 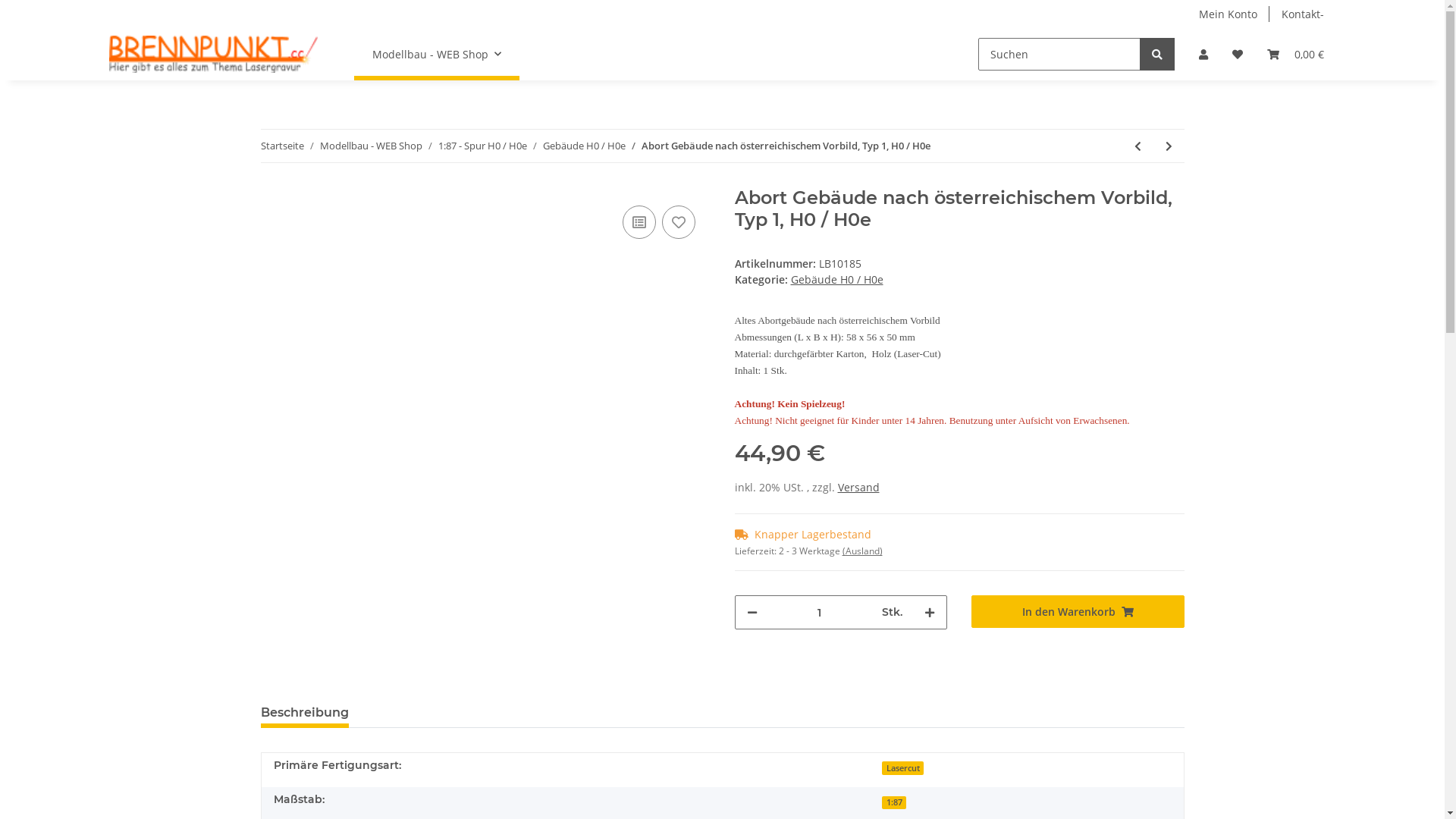 What do you see at coordinates (902, 768) in the screenshot?
I see `'Lasercut'` at bounding box center [902, 768].